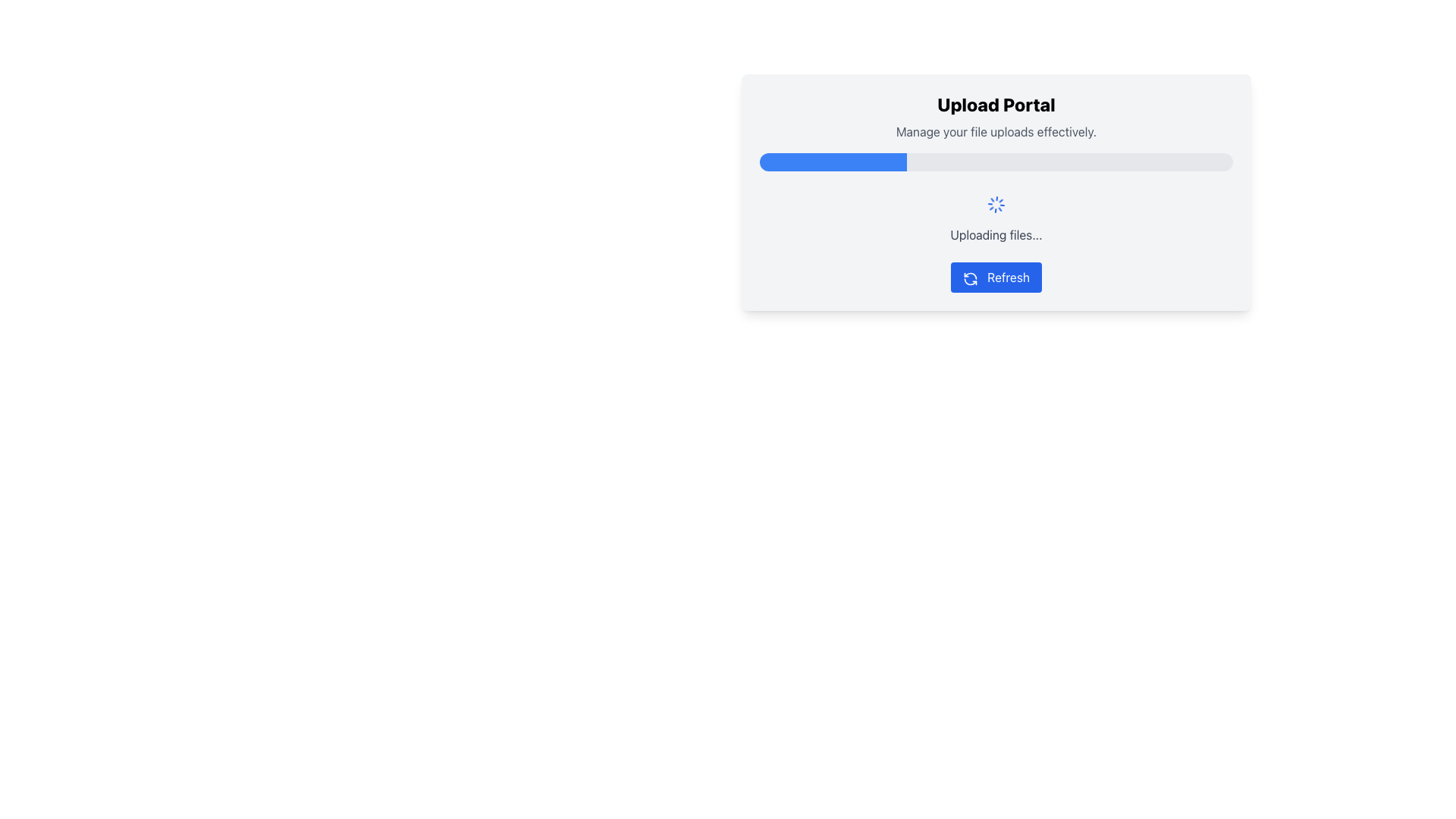 The height and width of the screenshot is (819, 1456). What do you see at coordinates (996, 130) in the screenshot?
I see `the static text element reading 'Manage your file uploads effectively.' which is located beneath the bold heading 'Upload Portal.'` at bounding box center [996, 130].